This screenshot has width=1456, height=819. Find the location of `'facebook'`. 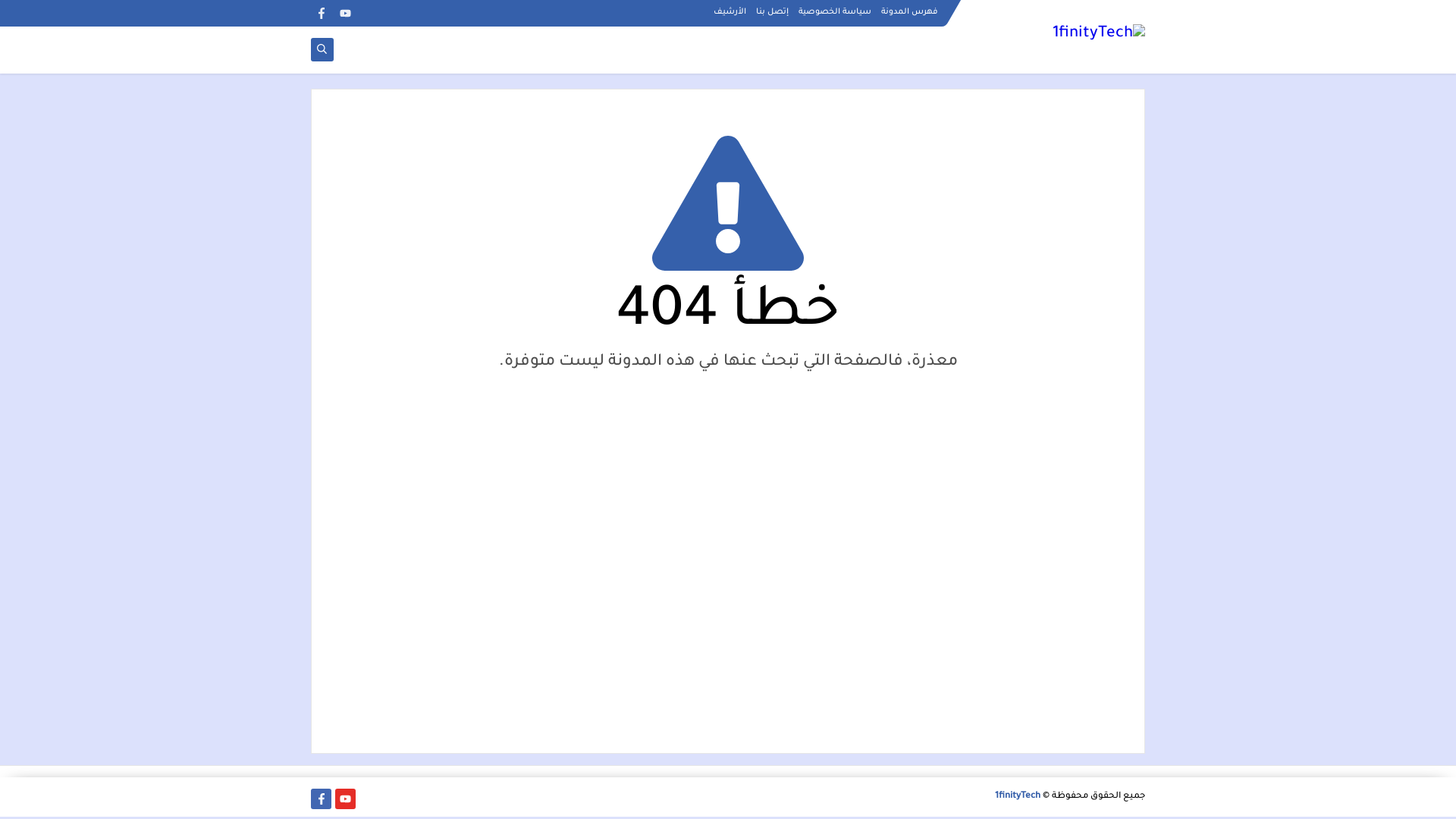

'facebook' is located at coordinates (320, 13).